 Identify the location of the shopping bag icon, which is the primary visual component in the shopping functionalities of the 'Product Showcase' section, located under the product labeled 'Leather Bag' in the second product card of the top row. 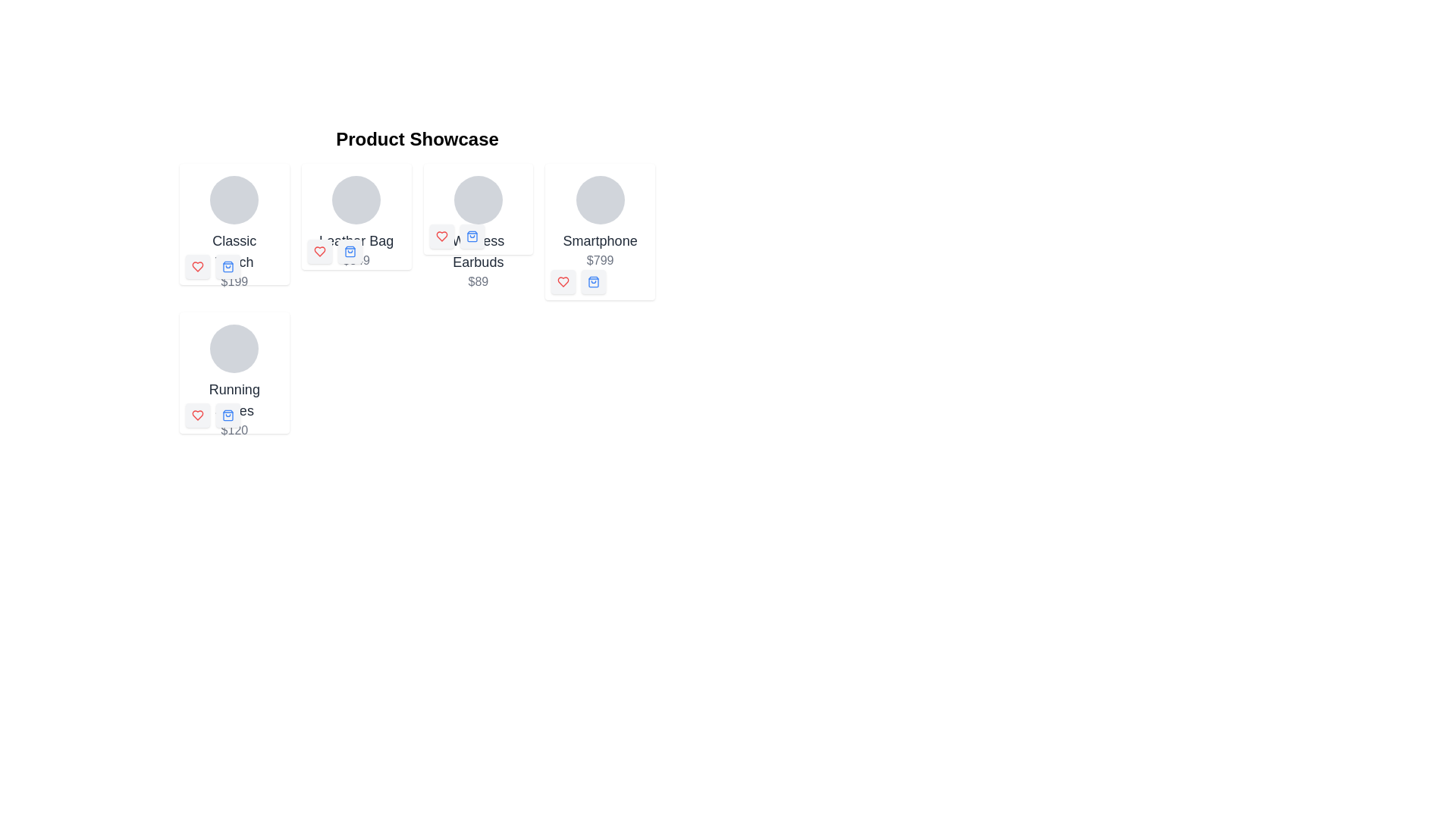
(349, 250).